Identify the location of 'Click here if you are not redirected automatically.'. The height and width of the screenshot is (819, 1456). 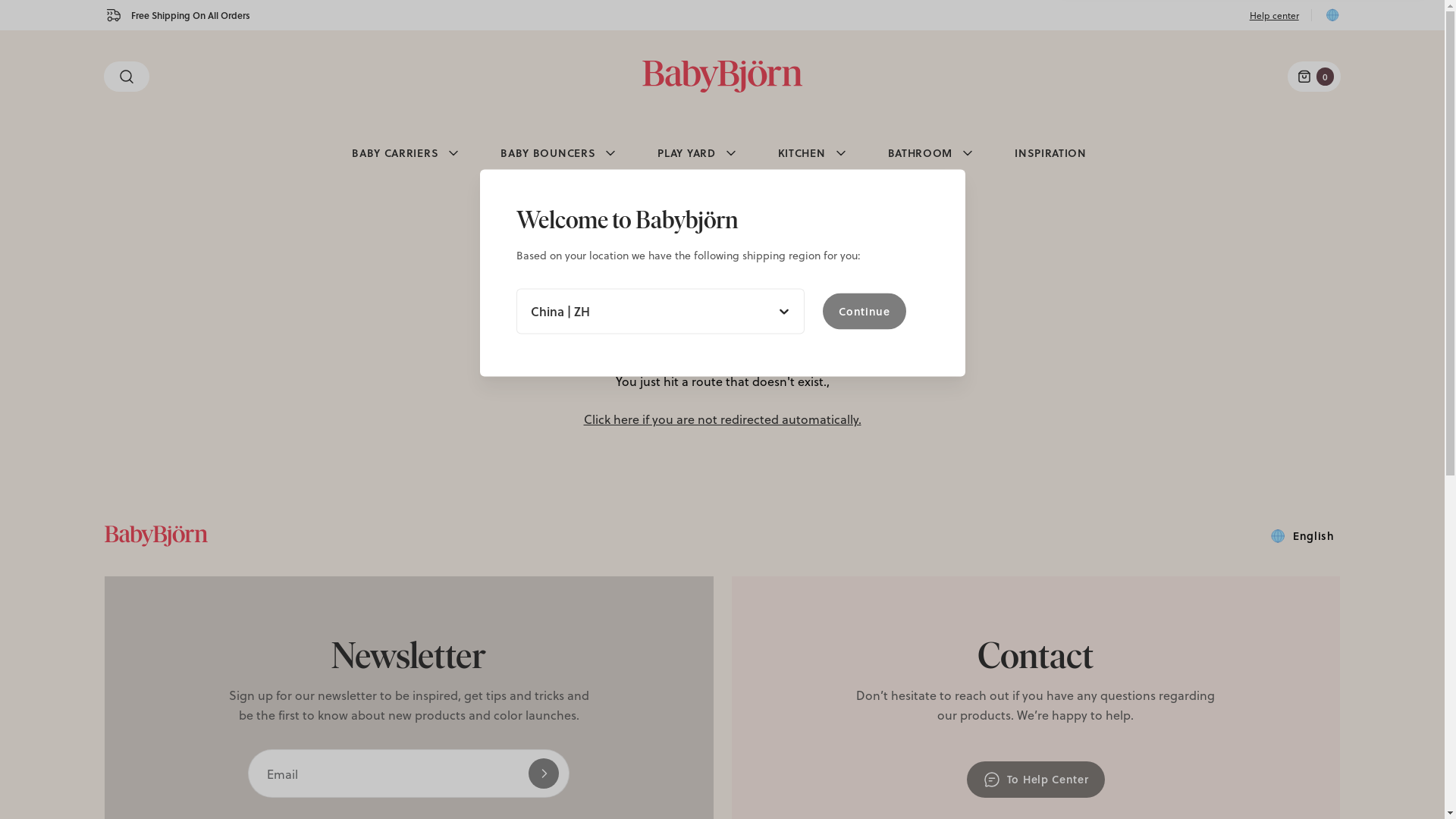
(720, 419).